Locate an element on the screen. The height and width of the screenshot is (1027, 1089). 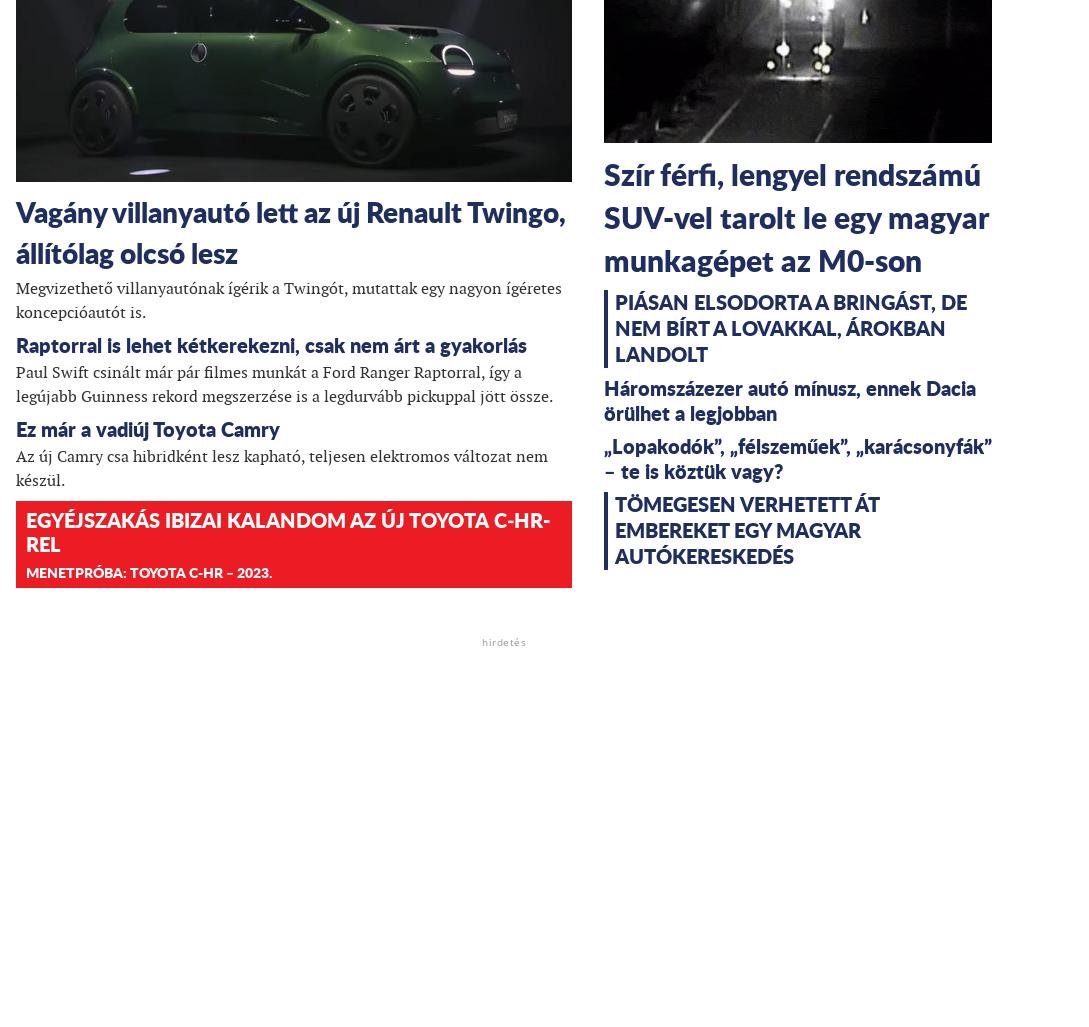
'Vagány villanyautó lett az új Renault Twingo, állítólag olcsó lesz' is located at coordinates (289, 231).